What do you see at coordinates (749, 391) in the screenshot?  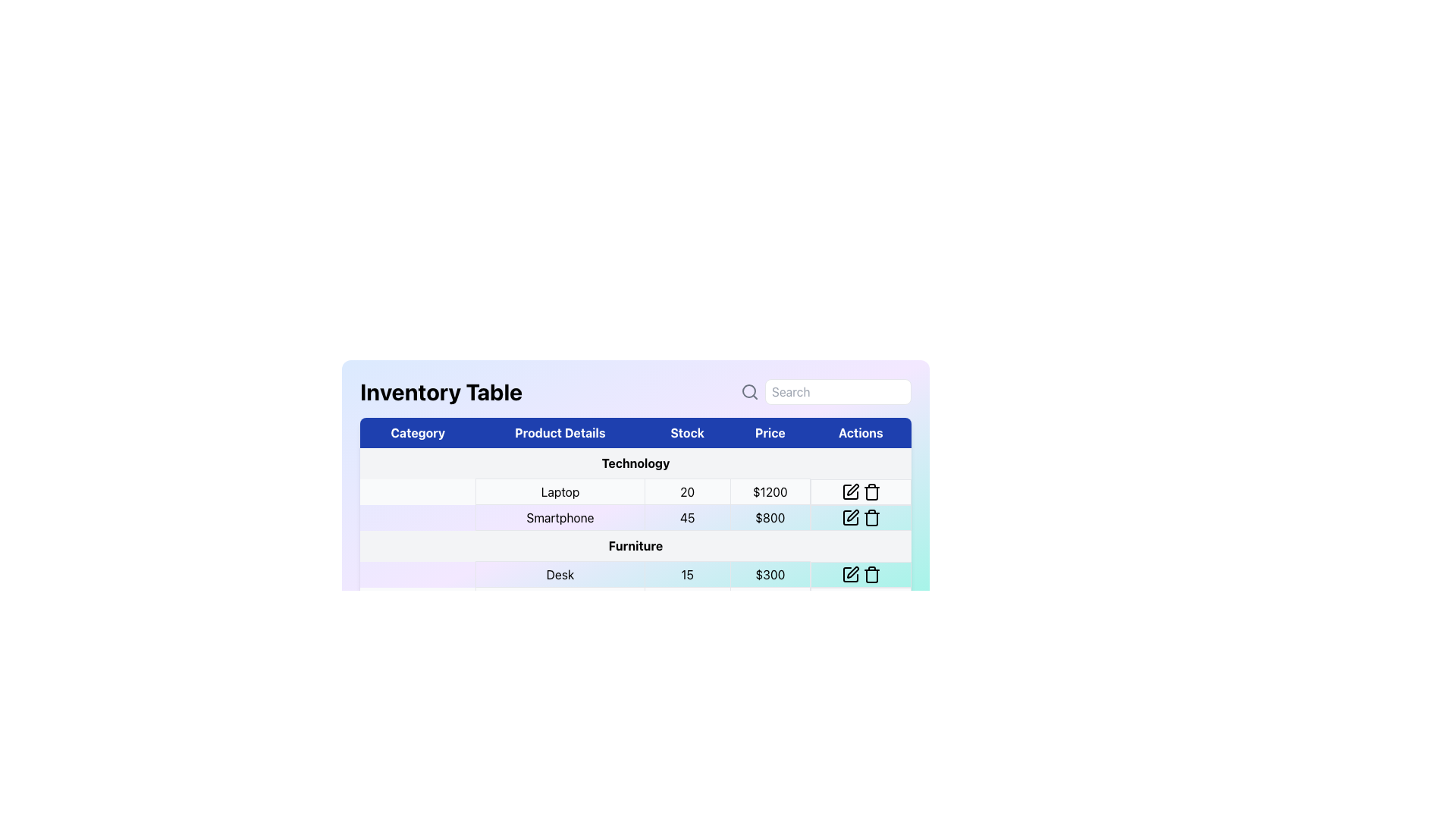 I see `the magnifying glass icon, which has a circular body and a handle, located in the header section above the 'Inventory Table'` at bounding box center [749, 391].